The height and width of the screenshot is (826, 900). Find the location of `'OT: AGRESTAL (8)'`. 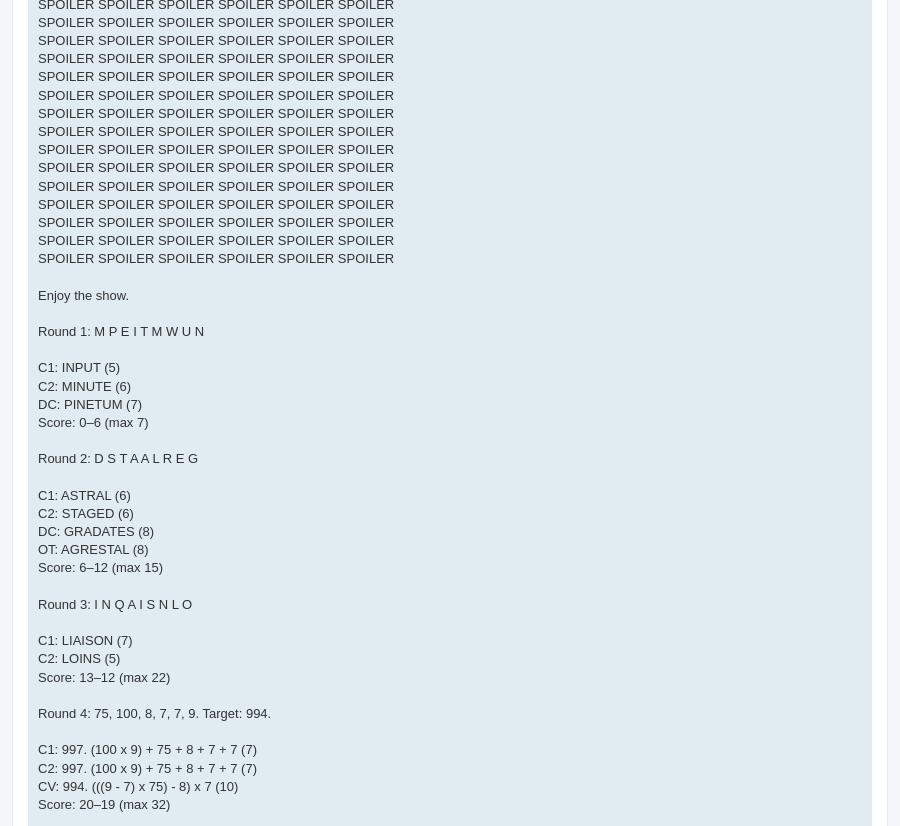

'OT: AGRESTAL (8)' is located at coordinates (91, 549).